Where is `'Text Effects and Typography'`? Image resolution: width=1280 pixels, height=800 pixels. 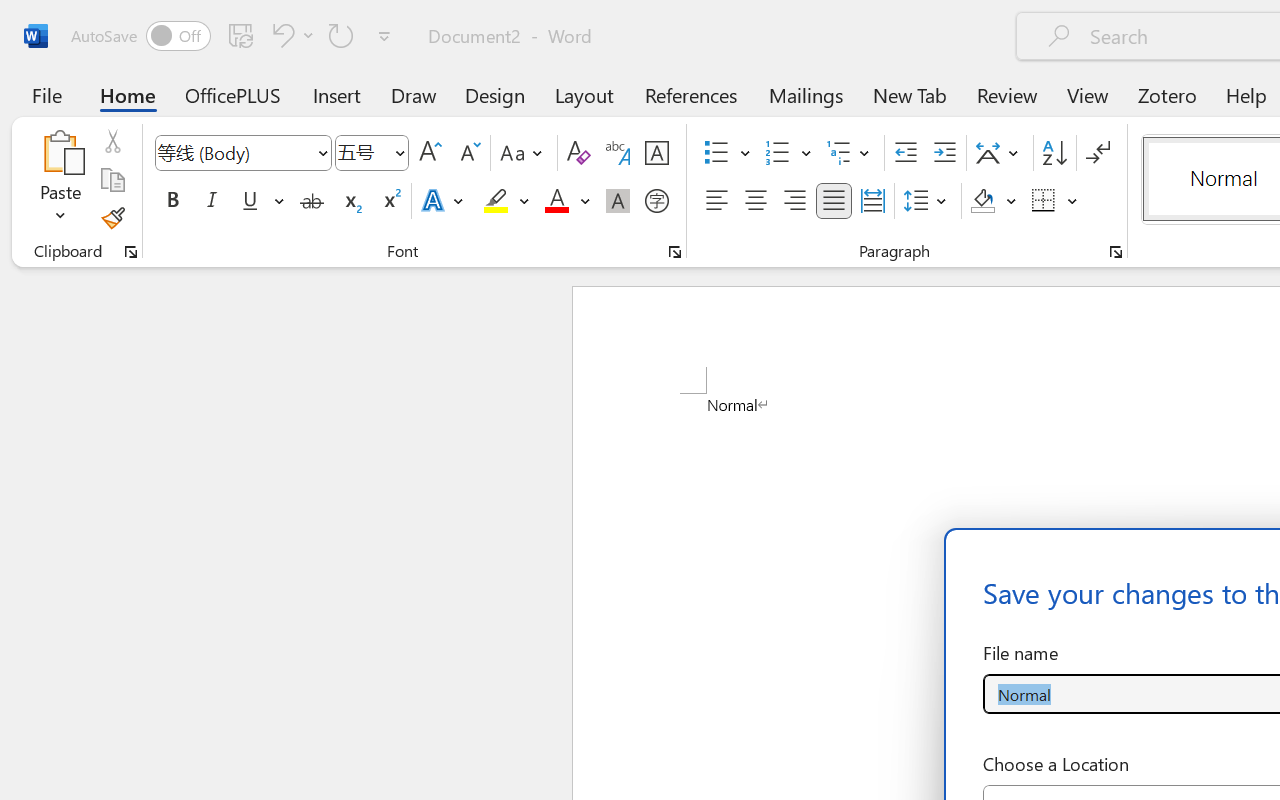 'Text Effects and Typography' is located at coordinates (443, 201).